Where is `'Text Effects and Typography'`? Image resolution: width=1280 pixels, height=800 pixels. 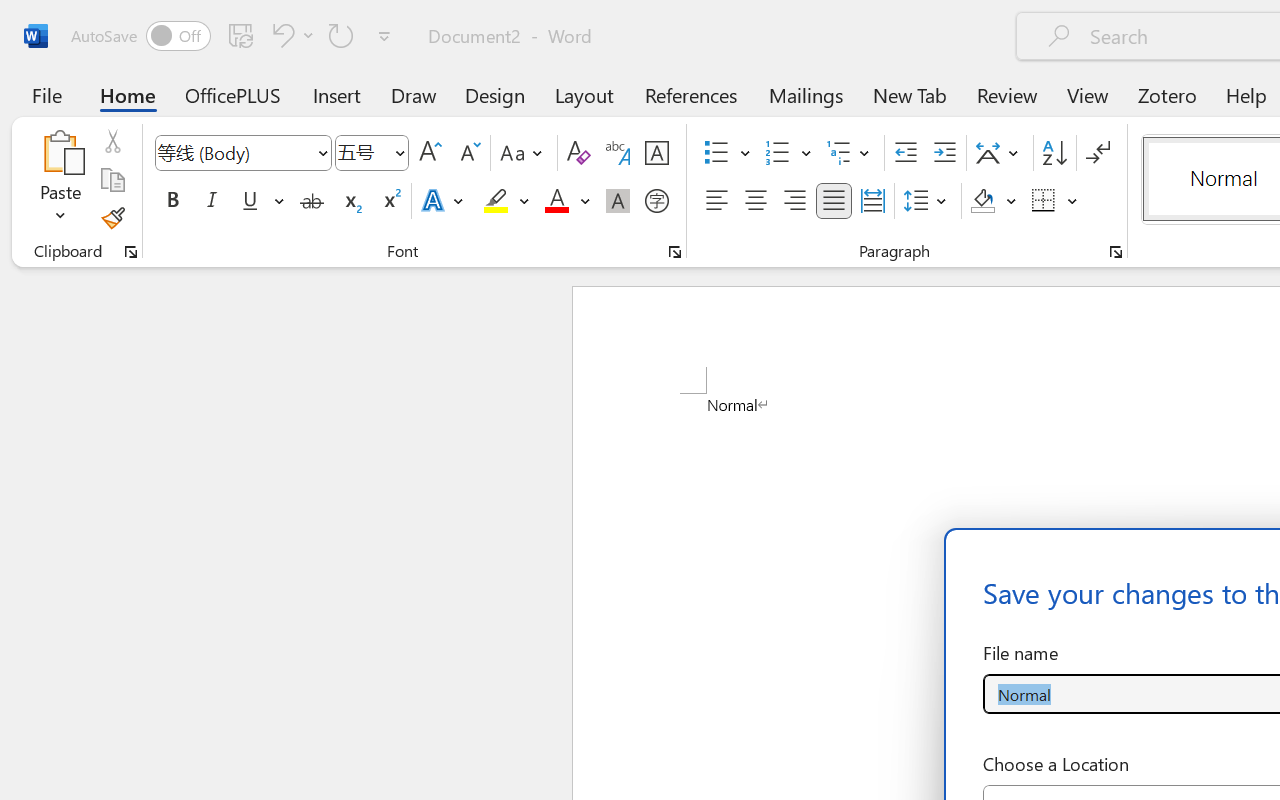 'Text Effects and Typography' is located at coordinates (443, 201).